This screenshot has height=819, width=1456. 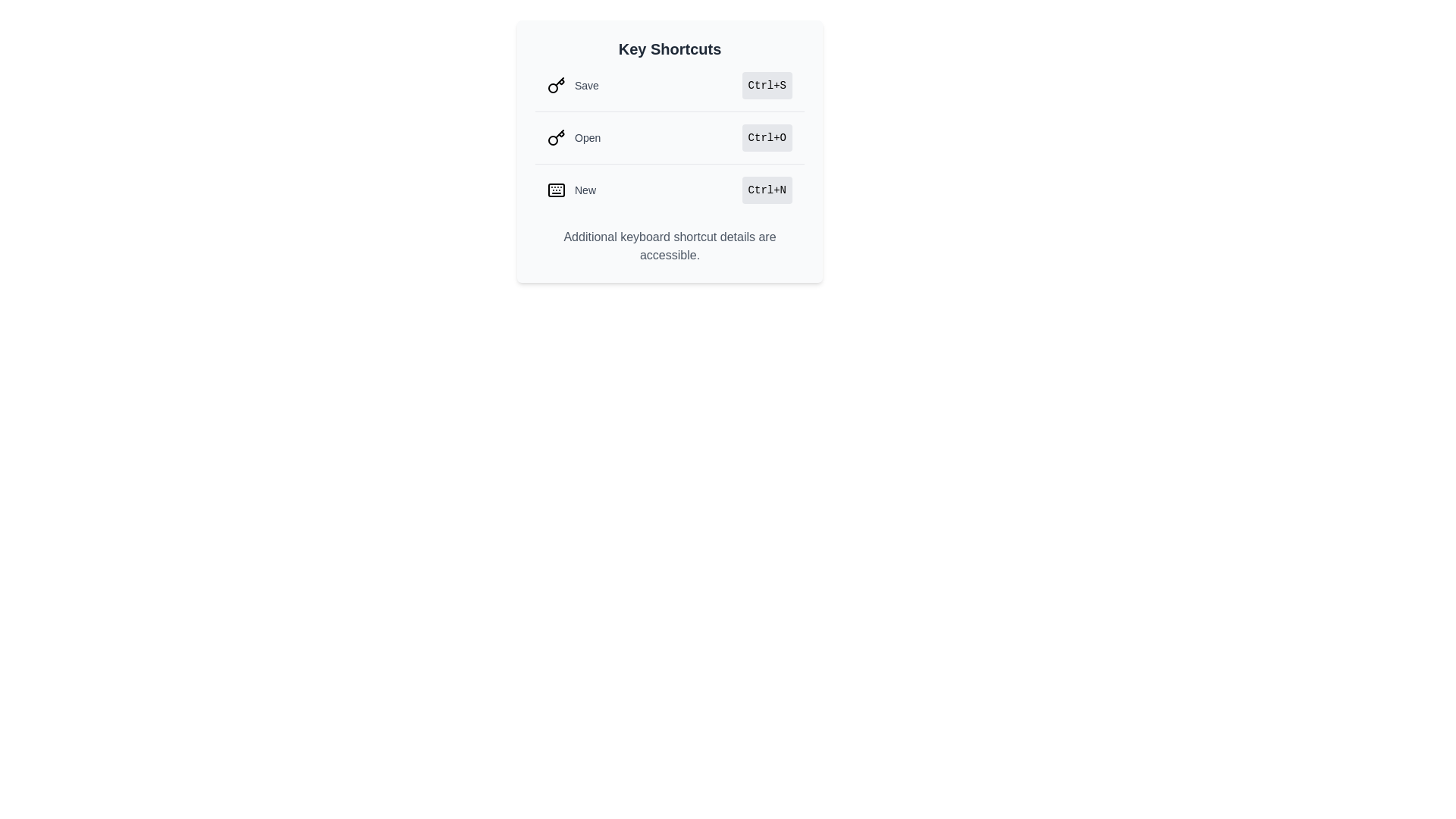 What do you see at coordinates (767, 189) in the screenshot?
I see `the small, rectangular button labeled 'Ctrl+N' that is light gray with rounded corners, located in the bottom row of shortcut indicators, aligned to the right of the label 'New'` at bounding box center [767, 189].